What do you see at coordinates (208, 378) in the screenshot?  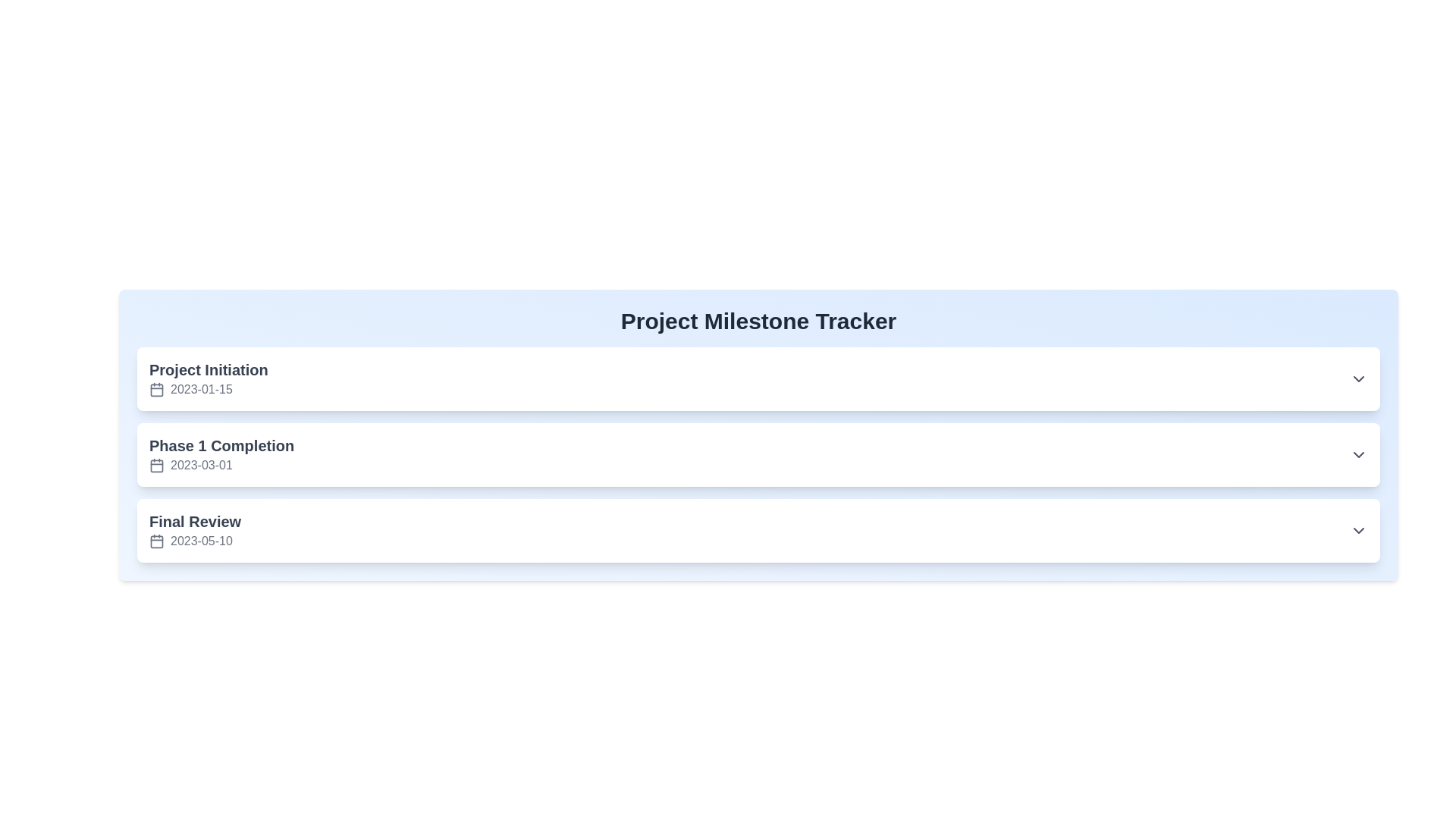 I see `the first milestone display item in the vertical list to interact with it` at bounding box center [208, 378].